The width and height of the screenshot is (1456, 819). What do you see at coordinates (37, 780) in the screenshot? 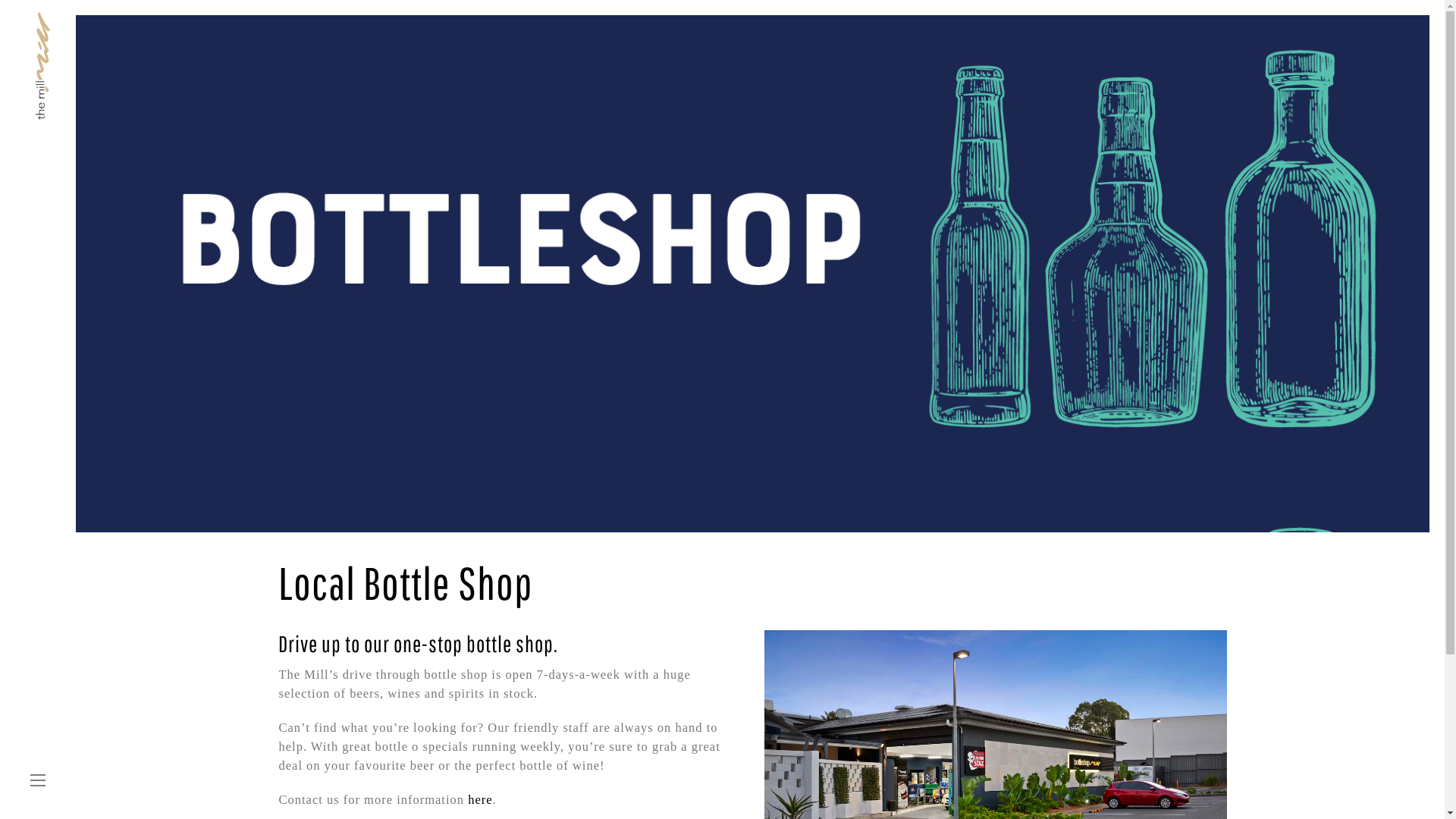
I see `'toggle menu'` at bounding box center [37, 780].